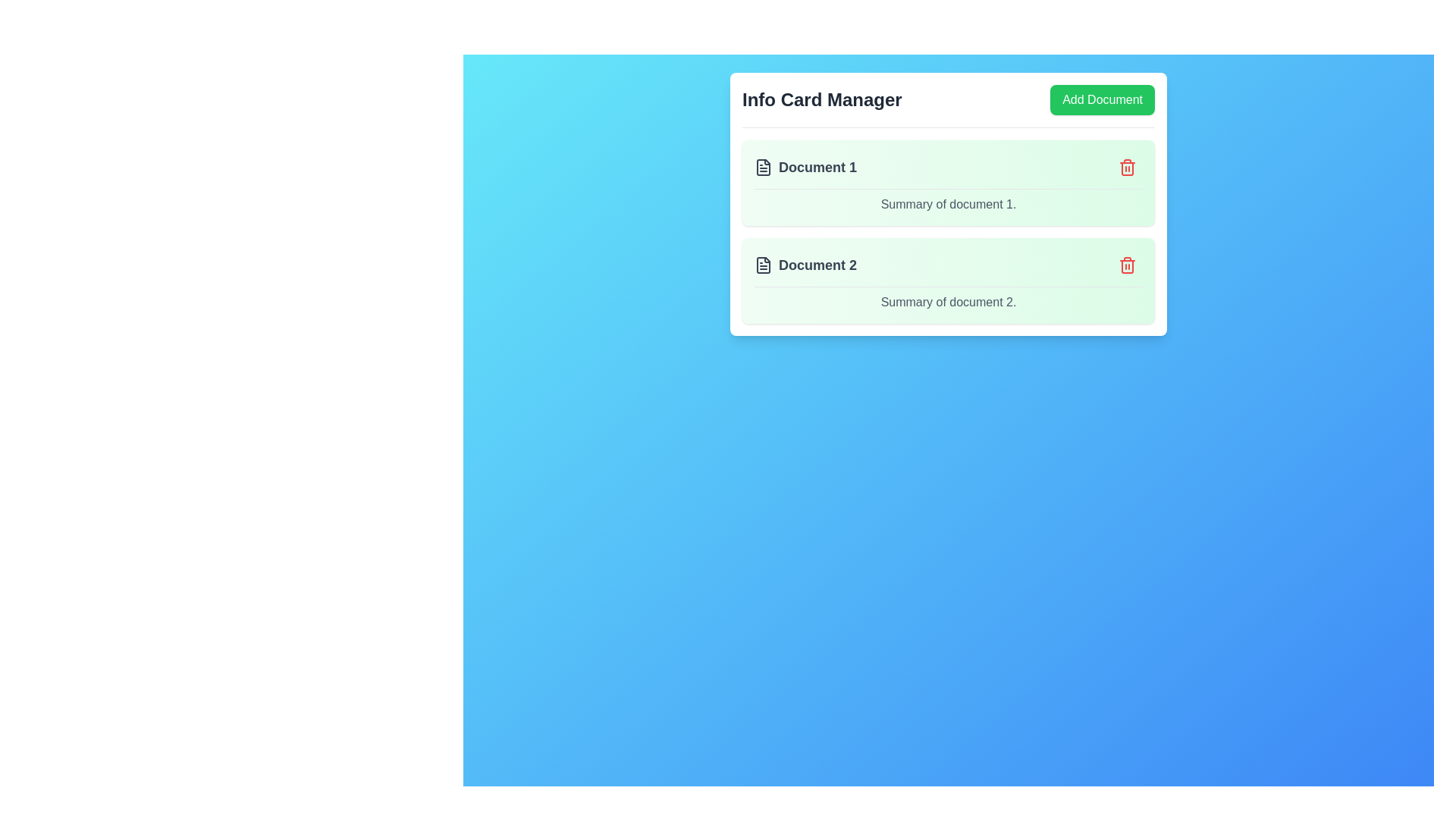 The height and width of the screenshot is (819, 1456). Describe the element at coordinates (764, 265) in the screenshot. I see `the document icon with a folded corner, located to the left of 'Document 2' in the second row of document listings` at that location.